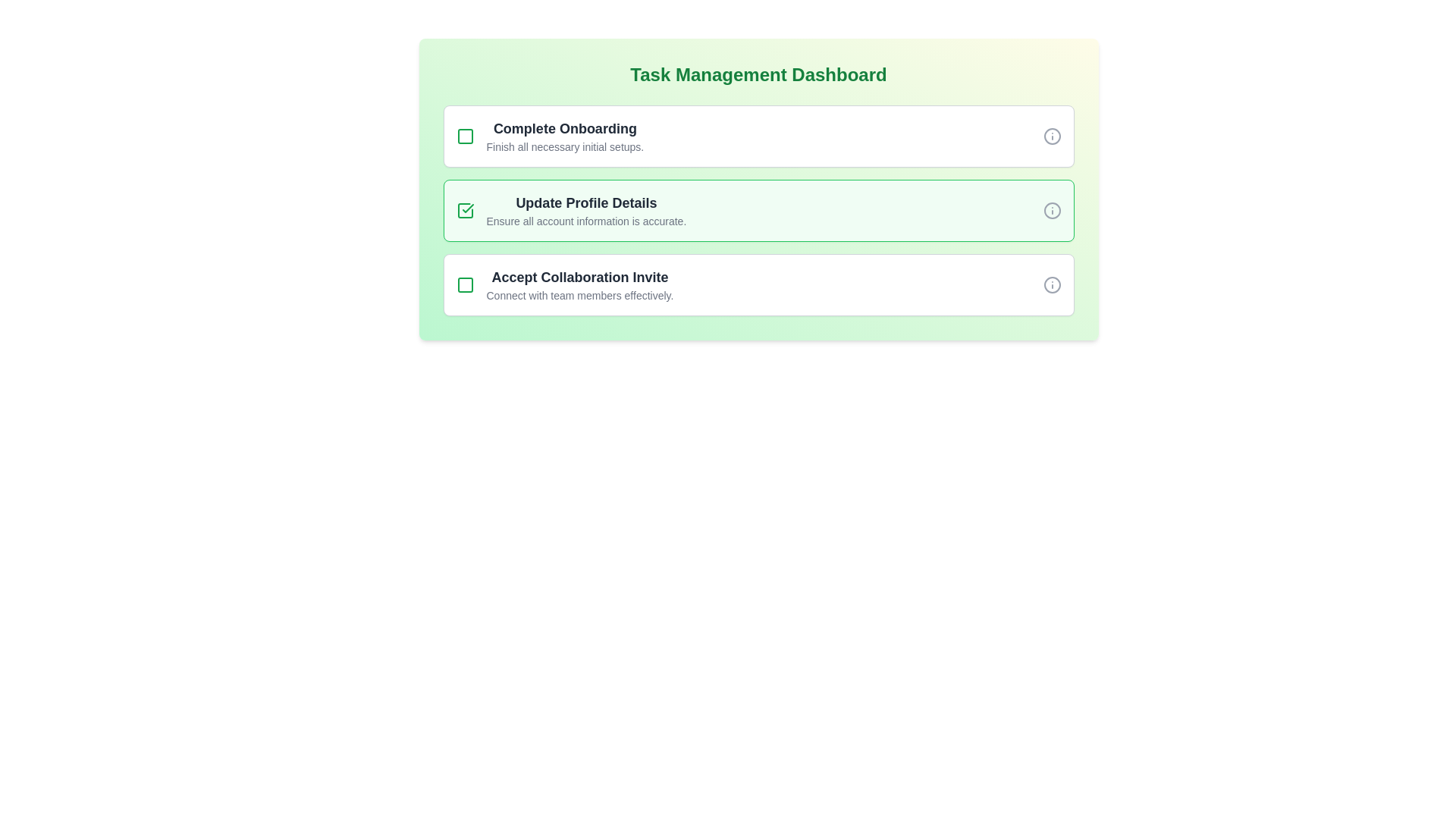 Image resolution: width=1456 pixels, height=819 pixels. I want to click on details of the task titled 'Complete Onboarding', which is the first item in a vertical list of tasks, so click(758, 136).